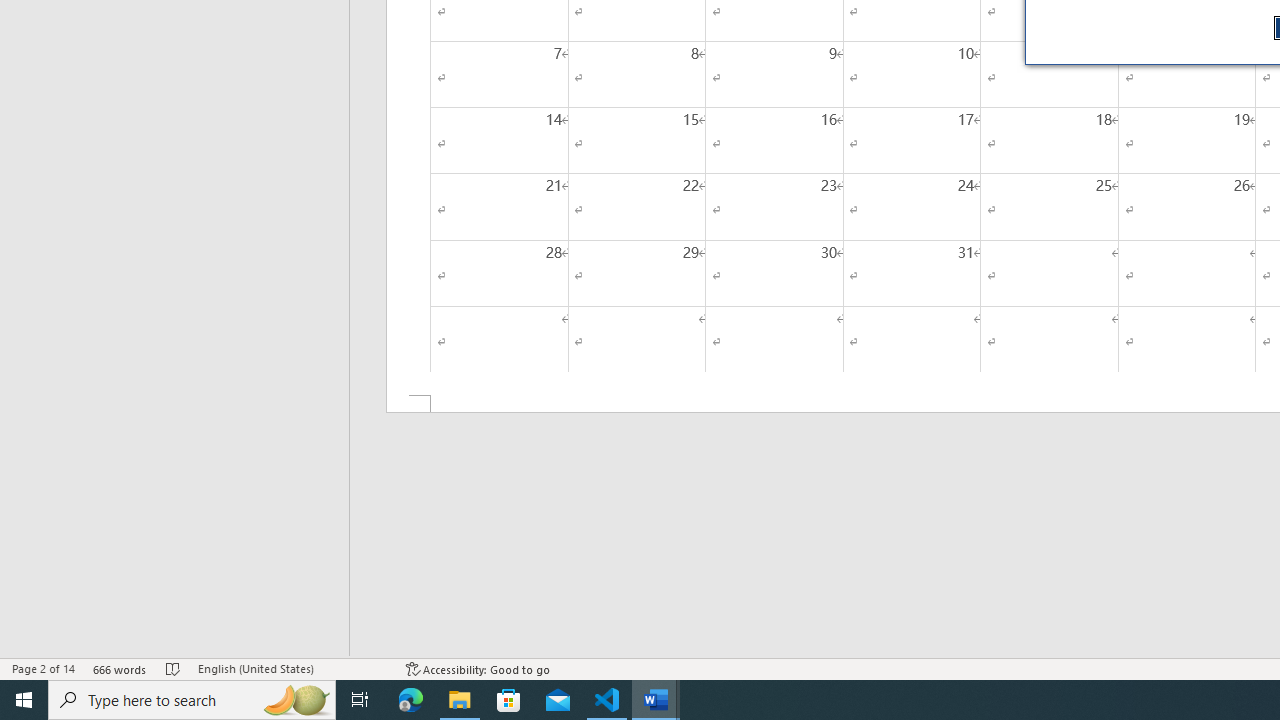 This screenshot has height=720, width=1280. I want to click on 'Task View', so click(359, 698).